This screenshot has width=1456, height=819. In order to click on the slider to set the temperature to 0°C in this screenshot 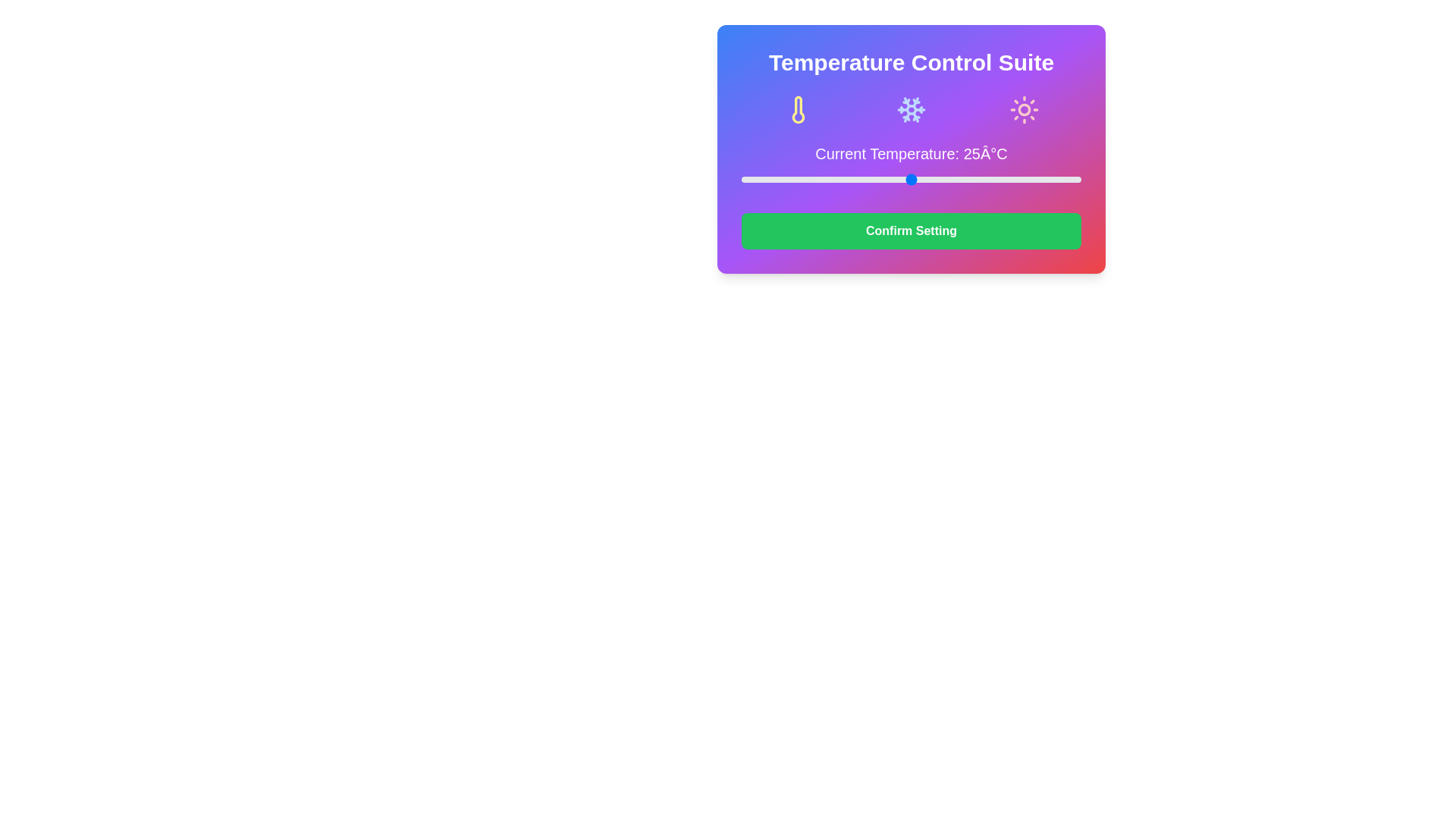, I will do `click(742, 178)`.